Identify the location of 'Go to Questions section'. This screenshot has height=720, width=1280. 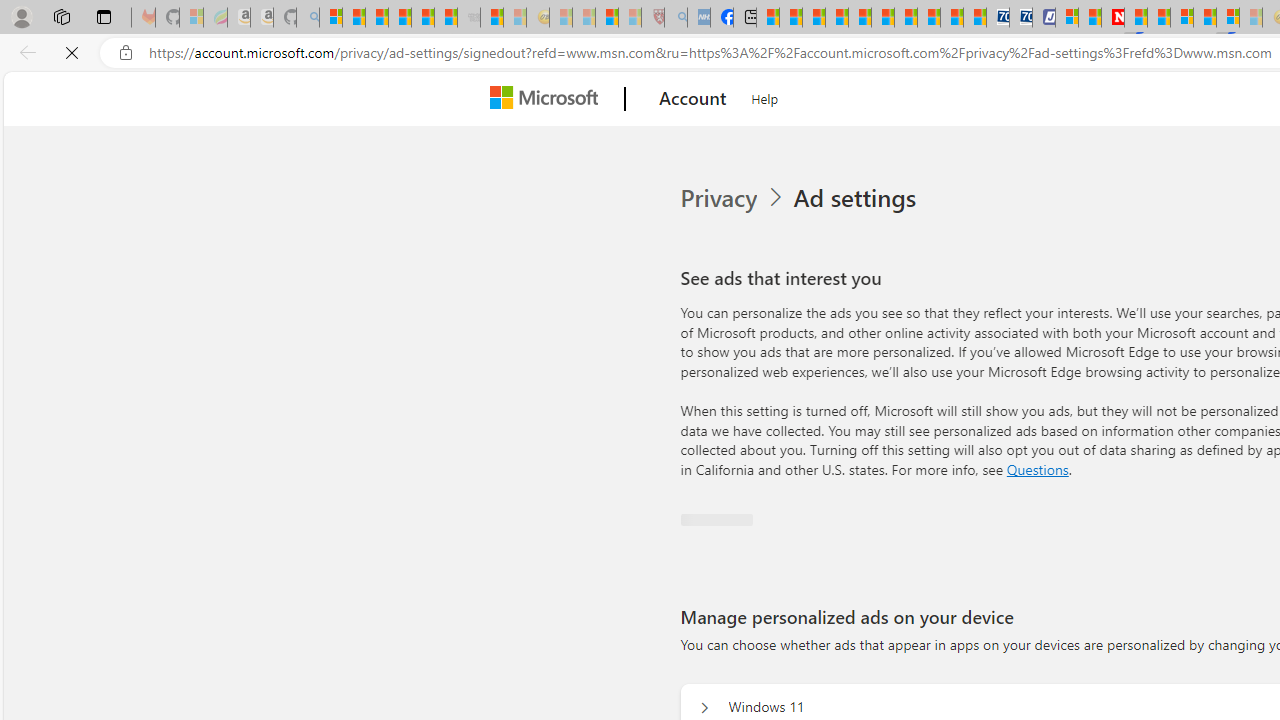
(1037, 469).